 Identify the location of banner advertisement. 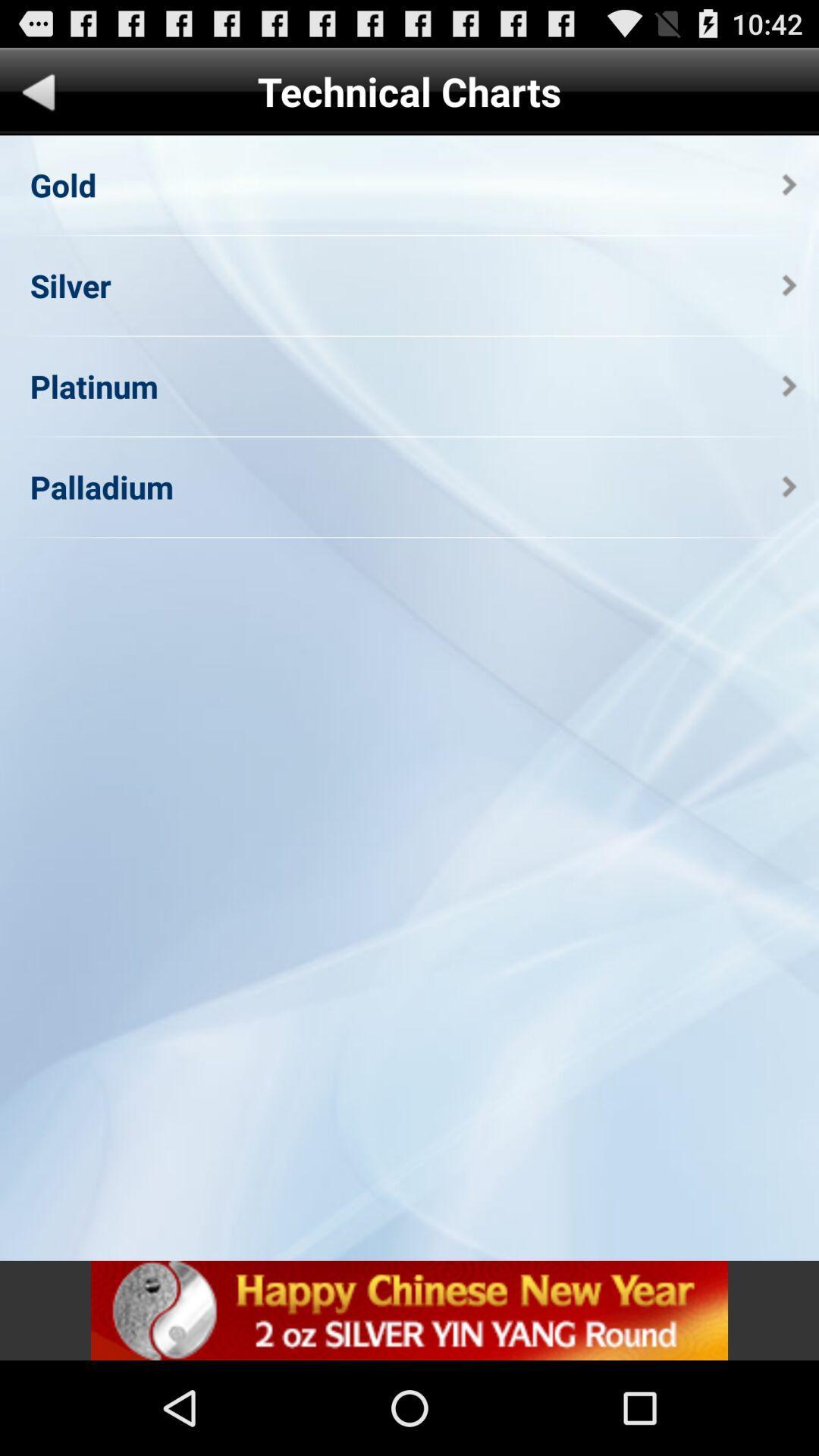
(409, 1310).